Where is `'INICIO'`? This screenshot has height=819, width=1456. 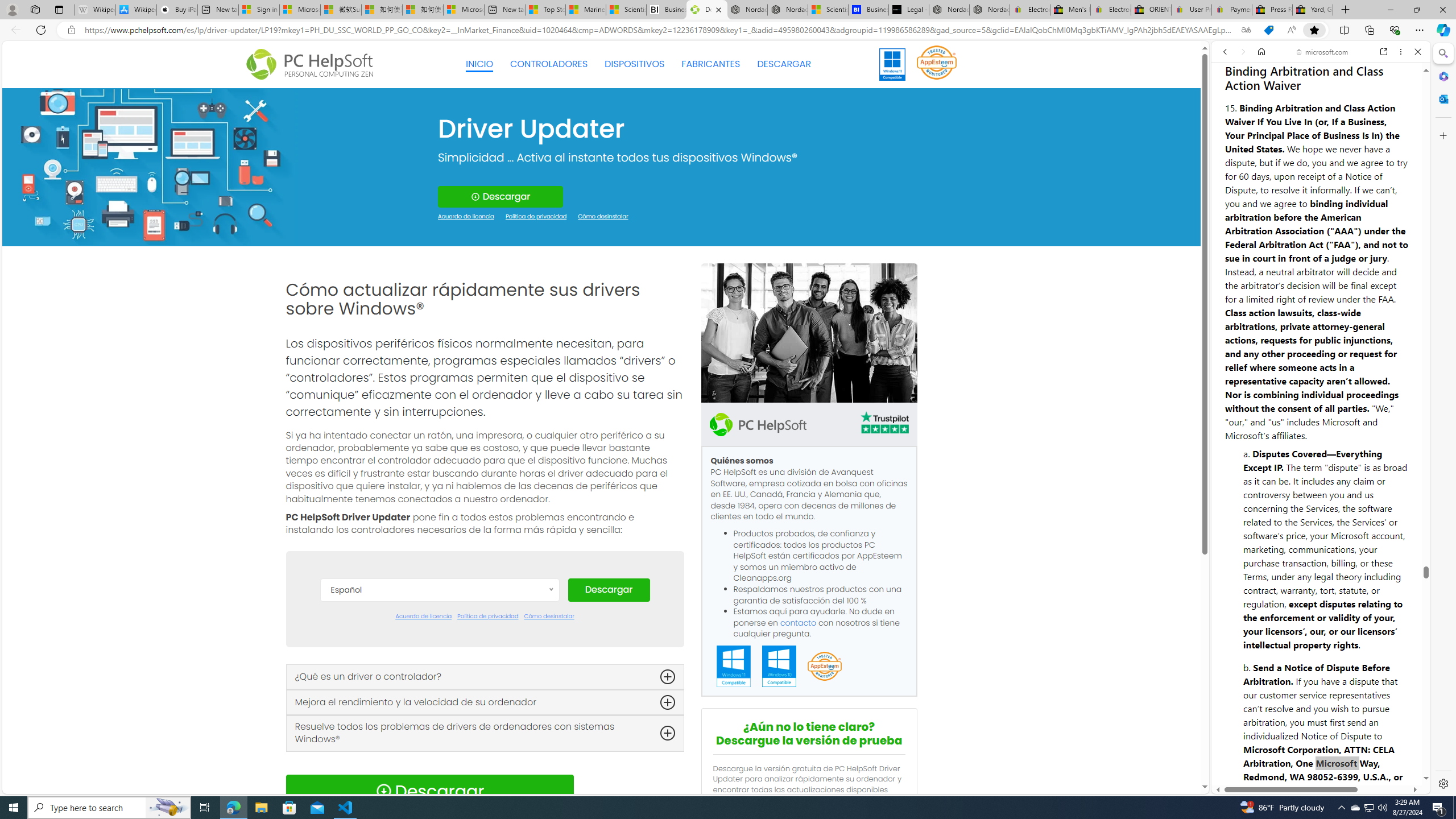
'INICIO' is located at coordinates (479, 64).